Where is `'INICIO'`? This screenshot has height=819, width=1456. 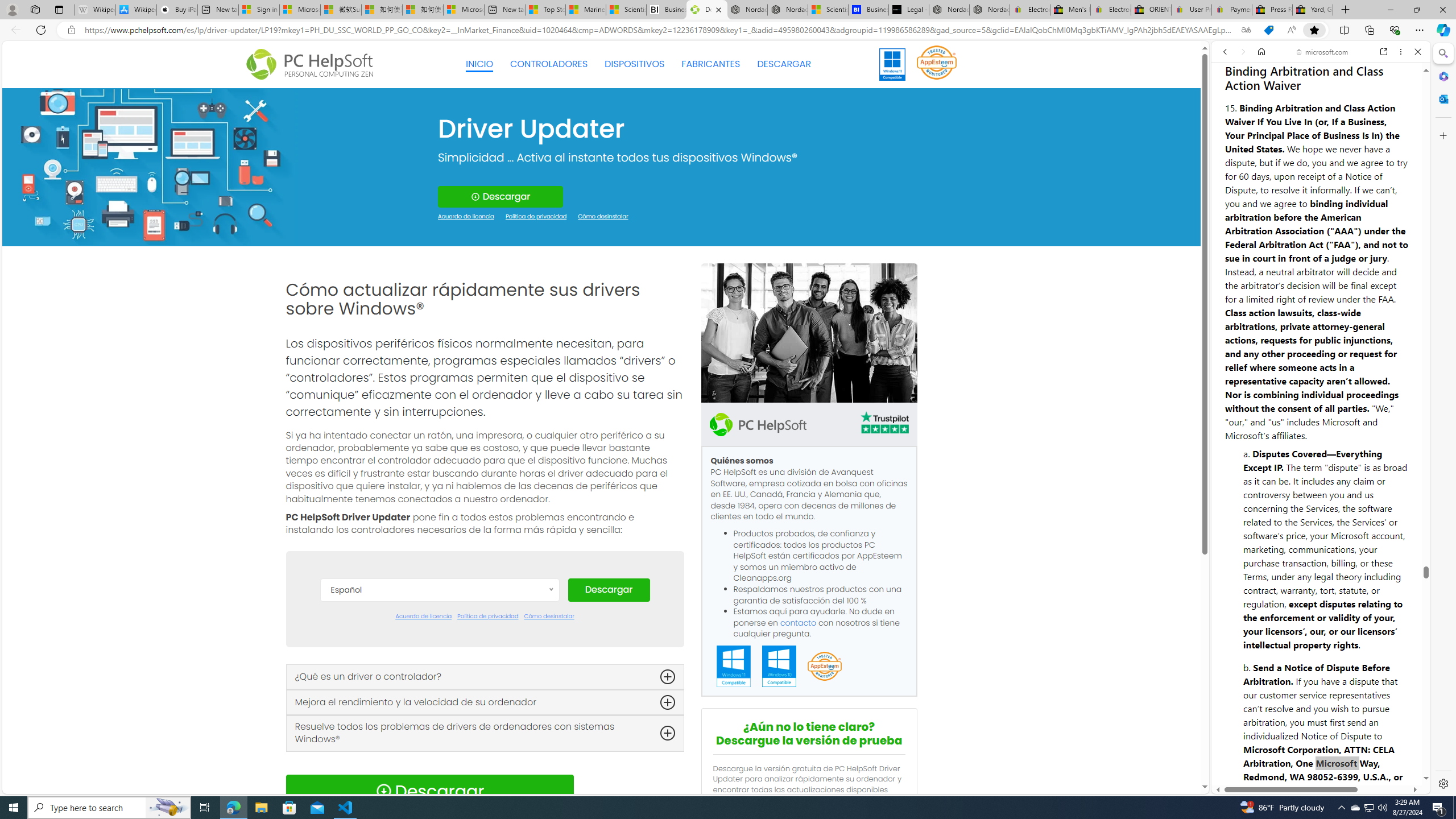
'INICIO' is located at coordinates (479, 64).